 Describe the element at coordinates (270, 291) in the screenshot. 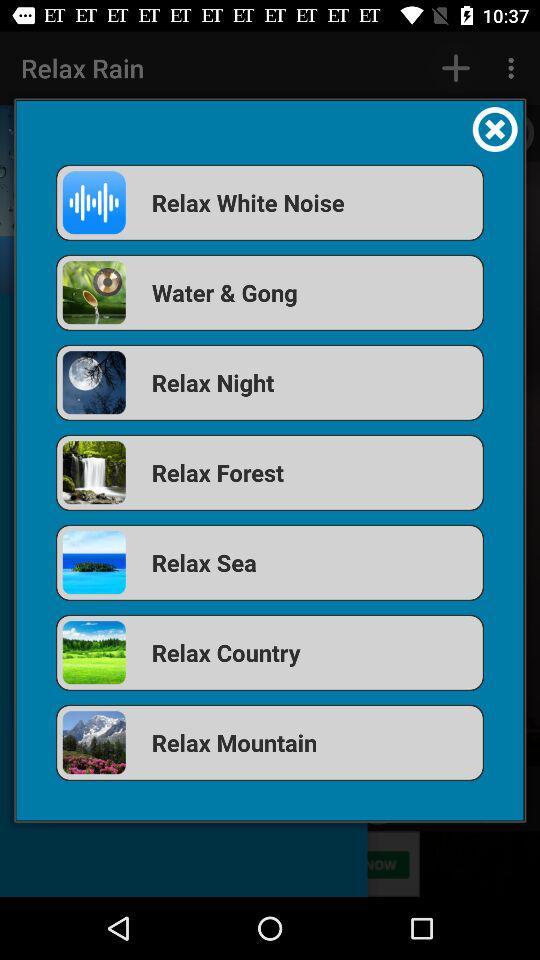

I see `the item above relax night item` at that location.